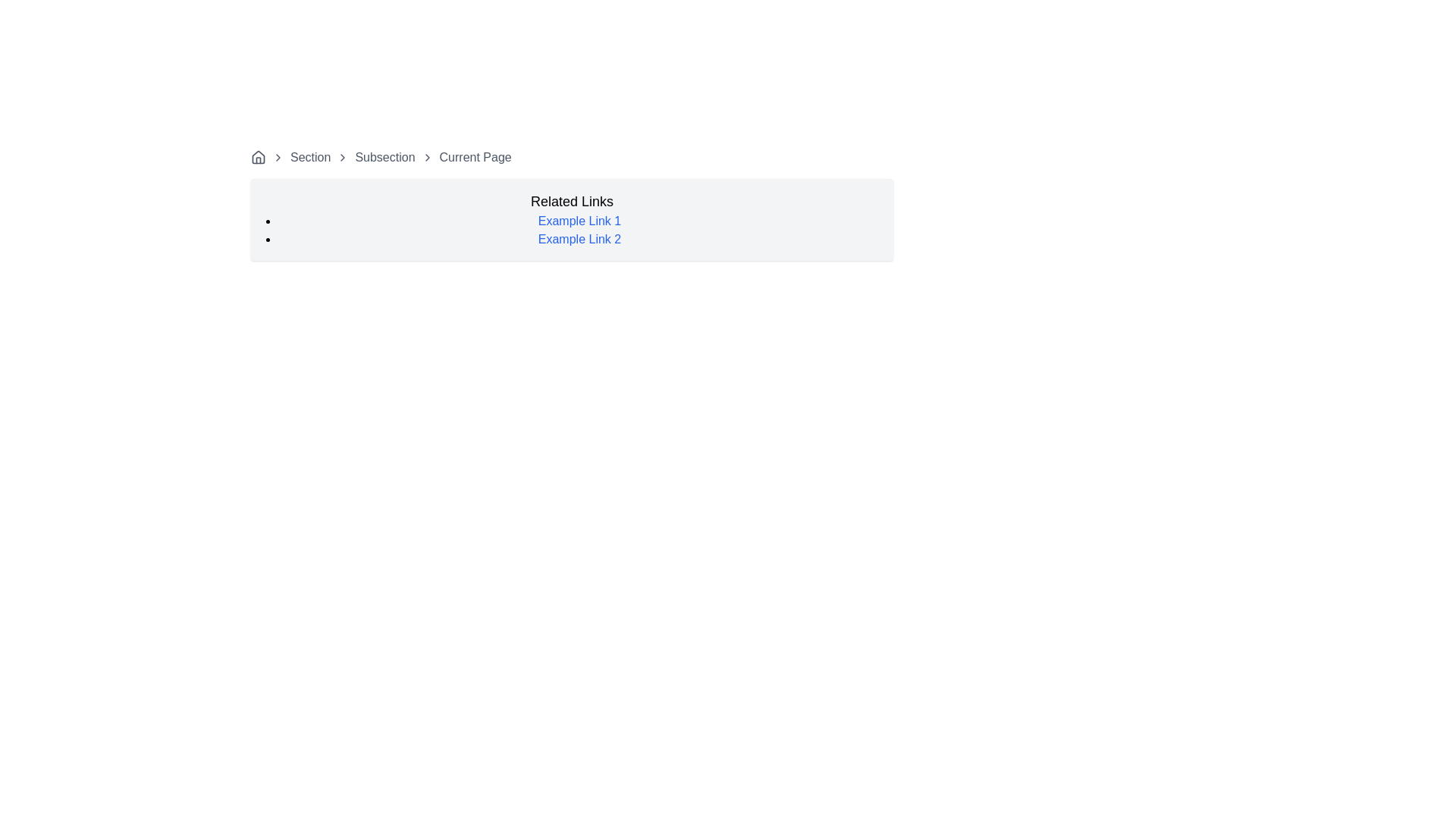 The height and width of the screenshot is (819, 1456). I want to click on the 'Current Page' text label, which is styled in gray and is the last component in the breadcrumb navigation structure, so click(475, 158).